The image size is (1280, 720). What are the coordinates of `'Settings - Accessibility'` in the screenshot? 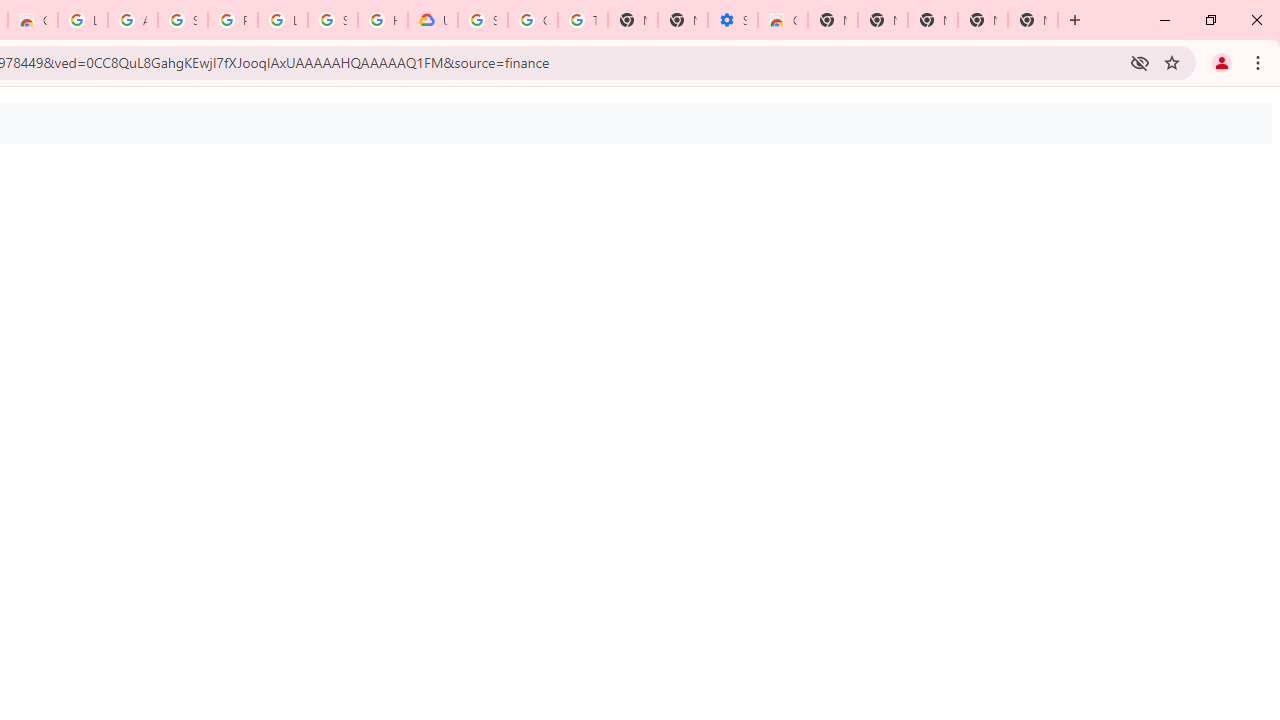 It's located at (731, 20).